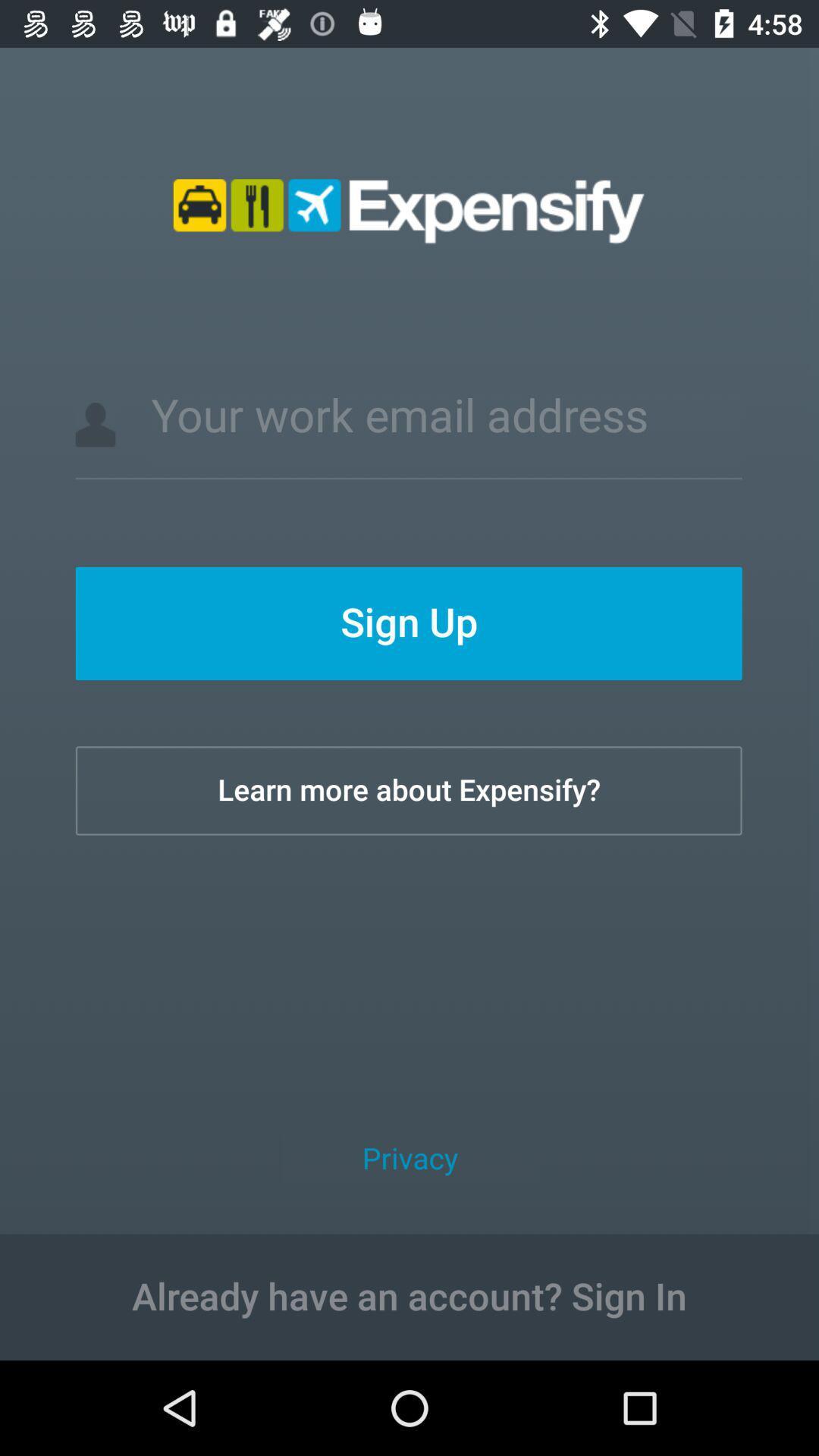 The image size is (819, 1456). I want to click on the avatar icon, so click(96, 425).